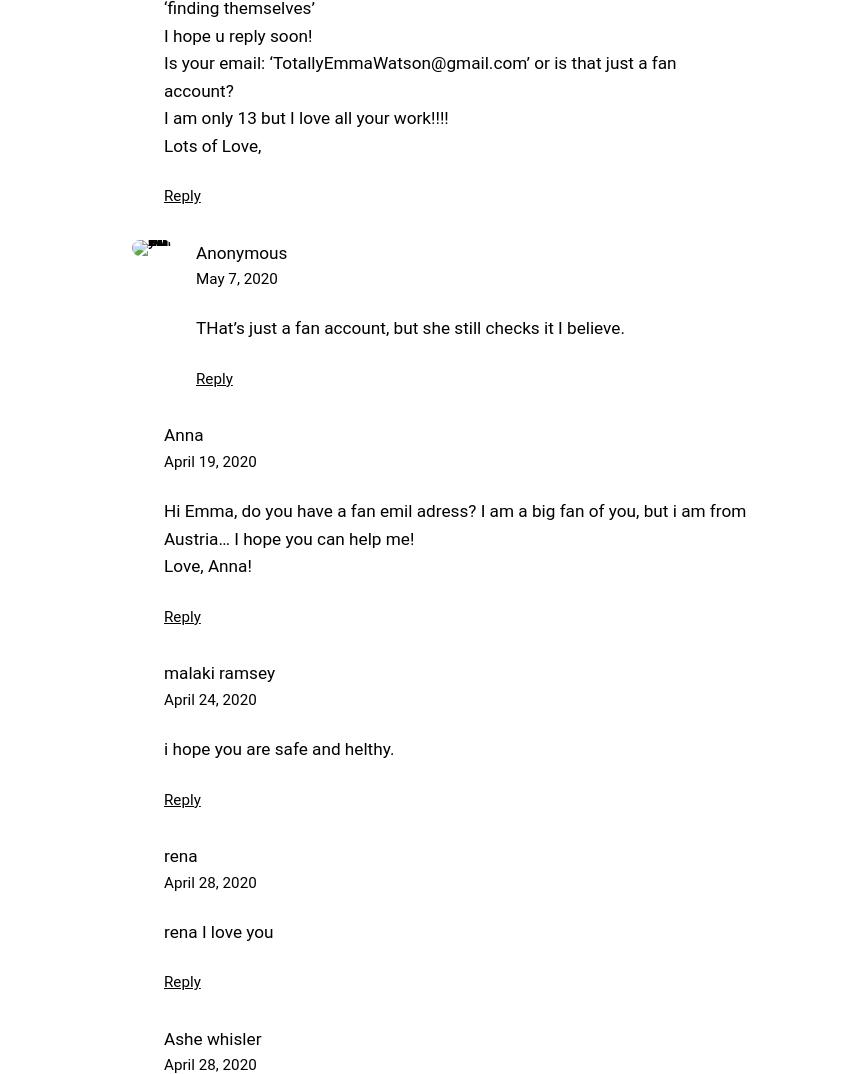 The image size is (850, 1074). Describe the element at coordinates (179, 855) in the screenshot. I see `'rena'` at that location.